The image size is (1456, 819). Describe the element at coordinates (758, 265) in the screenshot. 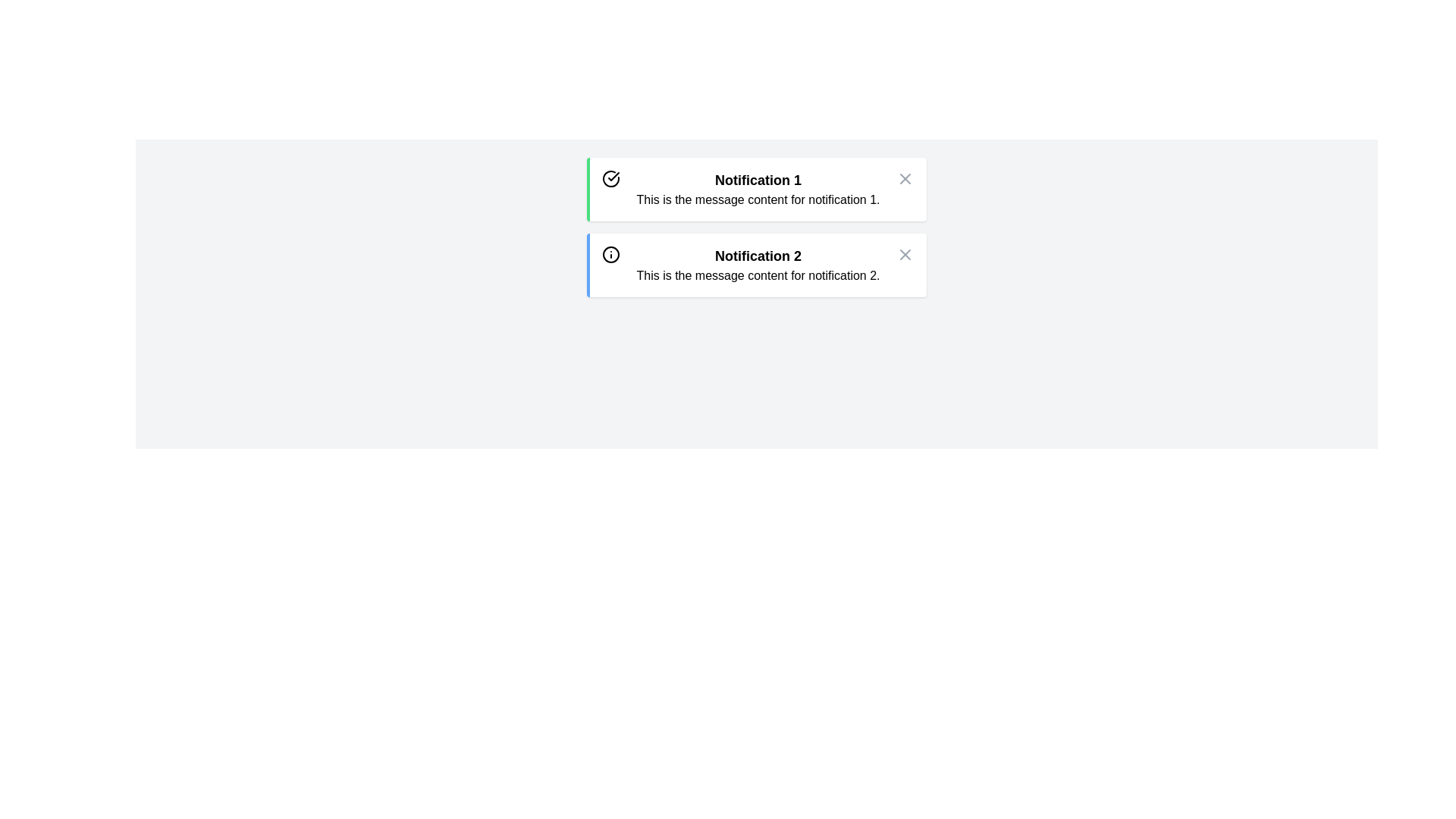

I see `the text block labeled 'Notification 2' that contains two lines of text, with the first line being bold and larger, and the second line being smaller` at that location.